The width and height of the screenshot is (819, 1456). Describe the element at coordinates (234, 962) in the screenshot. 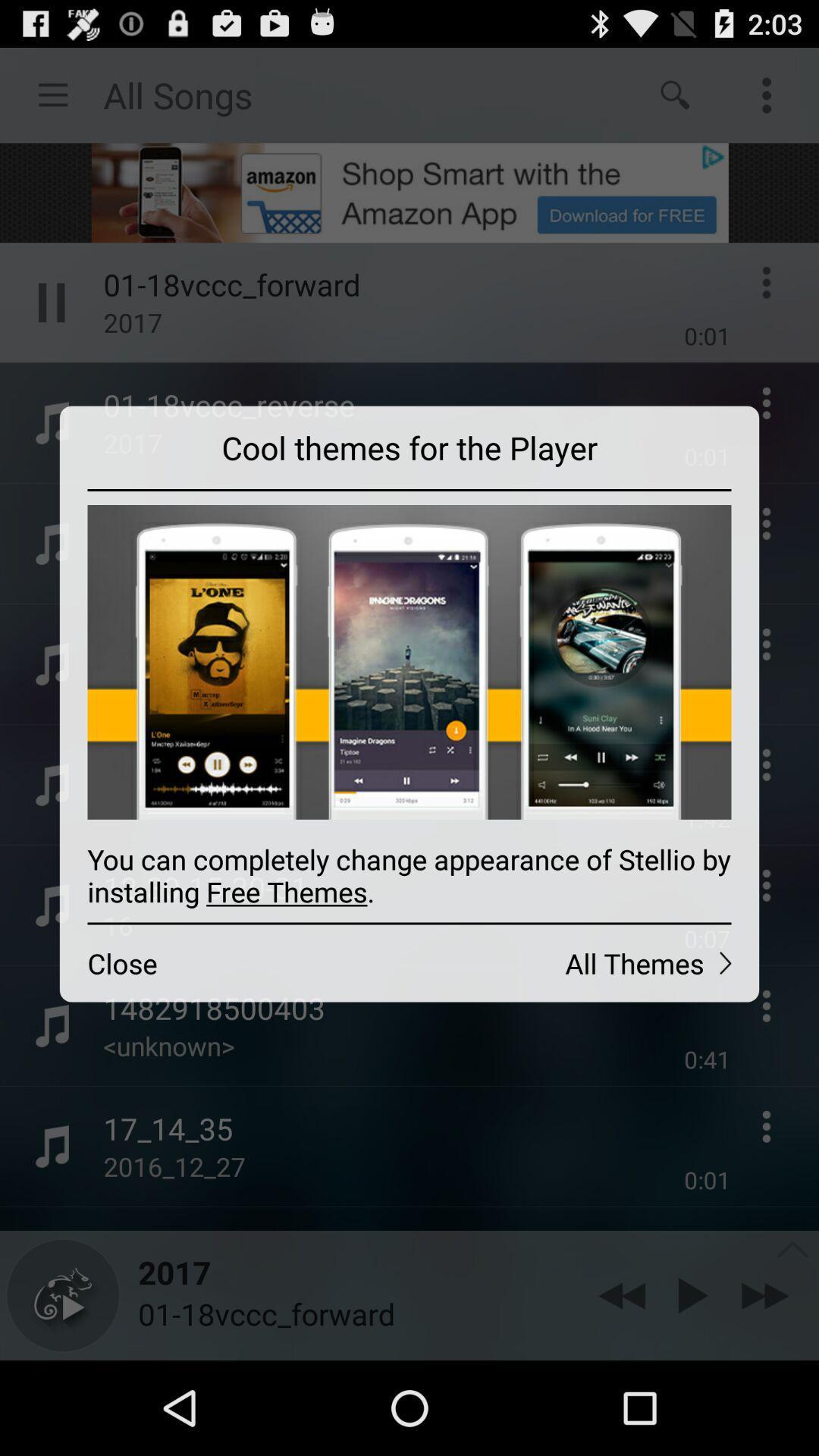

I see `the close item` at that location.